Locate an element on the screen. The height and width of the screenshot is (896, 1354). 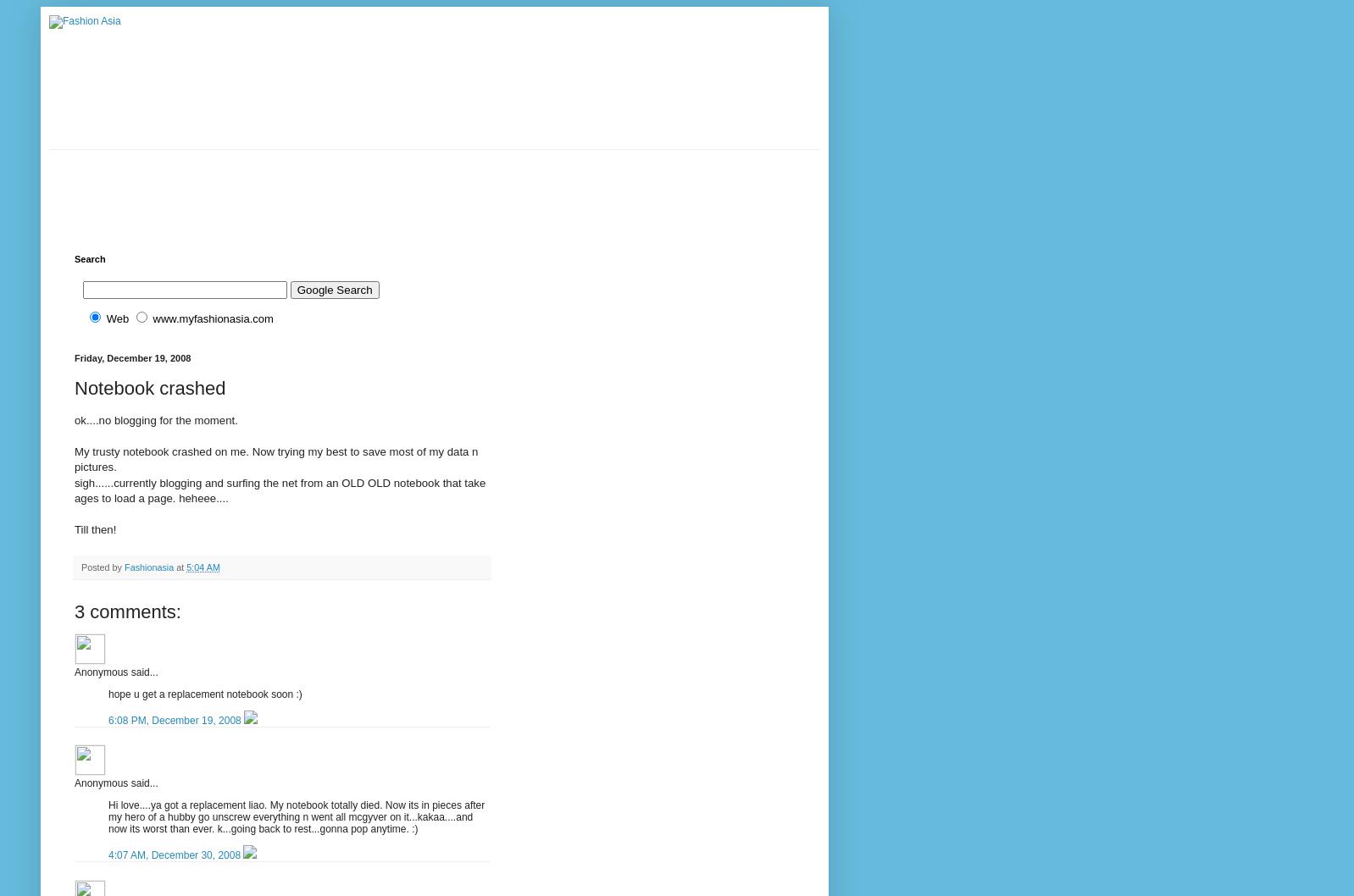
'6:08 PM, December 19, 2008' is located at coordinates (175, 718).